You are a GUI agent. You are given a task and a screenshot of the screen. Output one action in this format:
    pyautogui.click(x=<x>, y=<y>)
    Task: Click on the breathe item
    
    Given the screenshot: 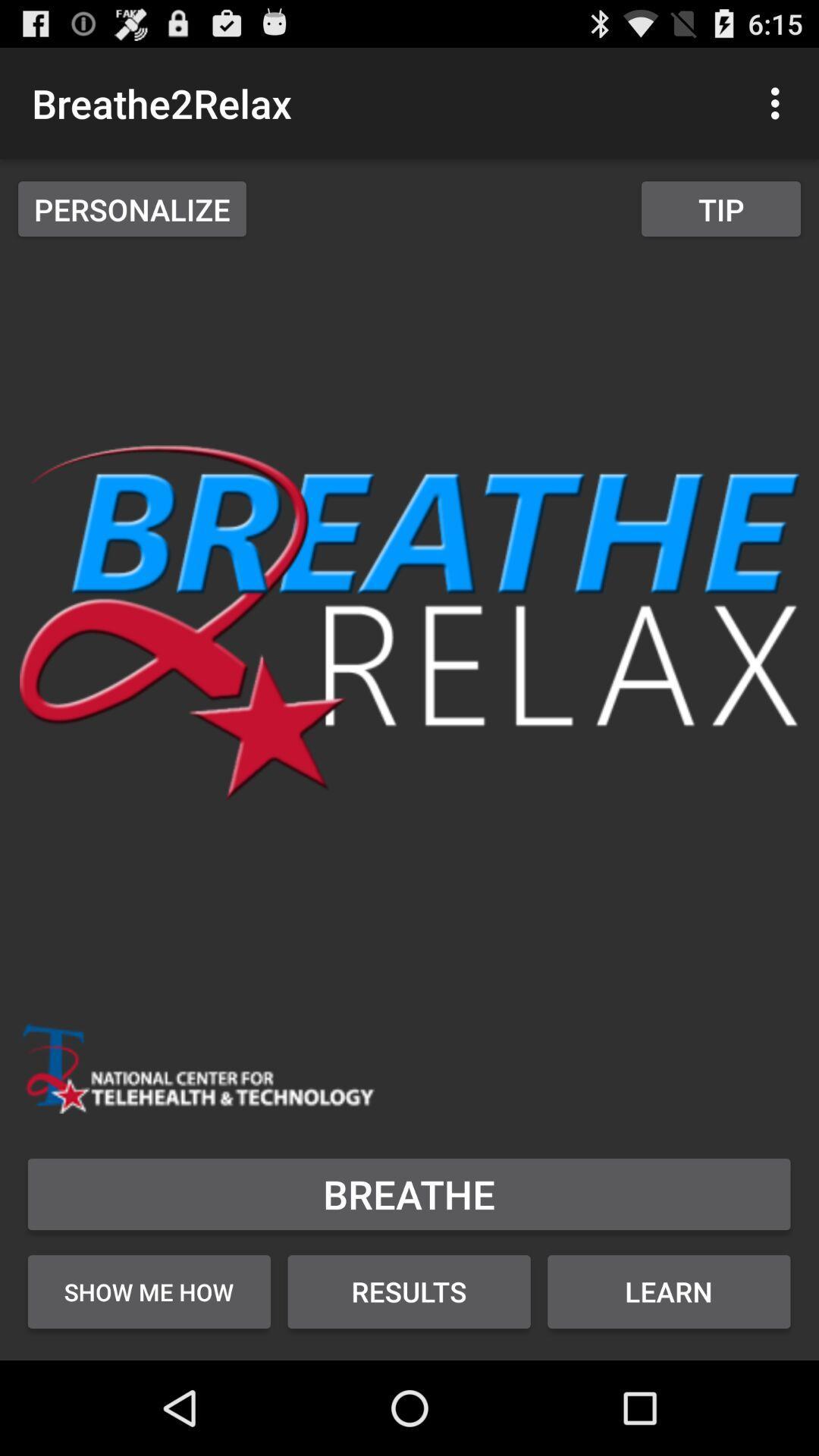 What is the action you would take?
    pyautogui.click(x=408, y=1193)
    